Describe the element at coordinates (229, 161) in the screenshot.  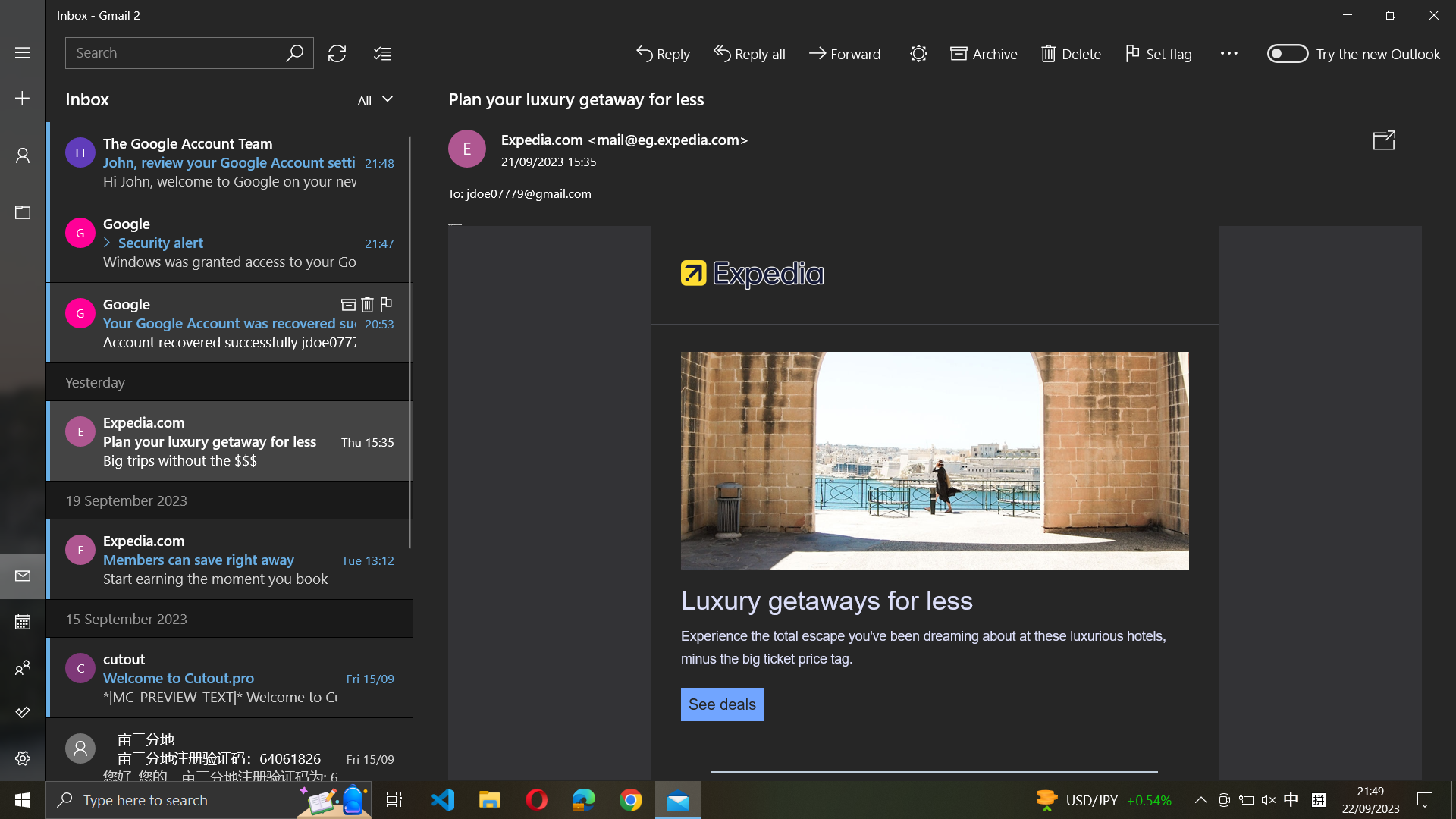
I see `the top email in the inbox and set it as read` at that location.